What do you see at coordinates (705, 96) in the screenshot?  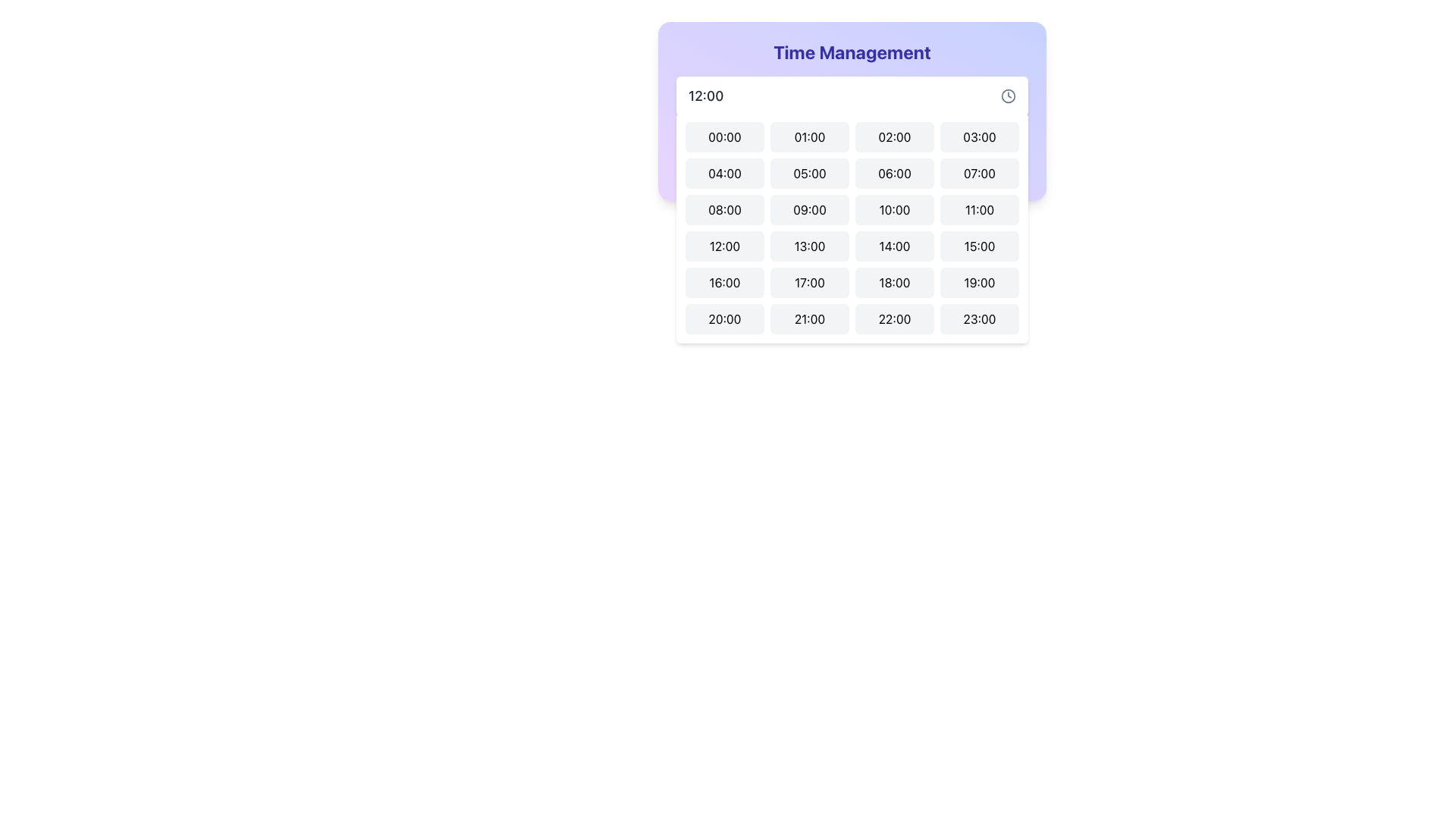 I see `the text label displaying '12:00', which is styled in medium weight gray sans-serif font, located in the top-right corner of a white card interface` at bounding box center [705, 96].